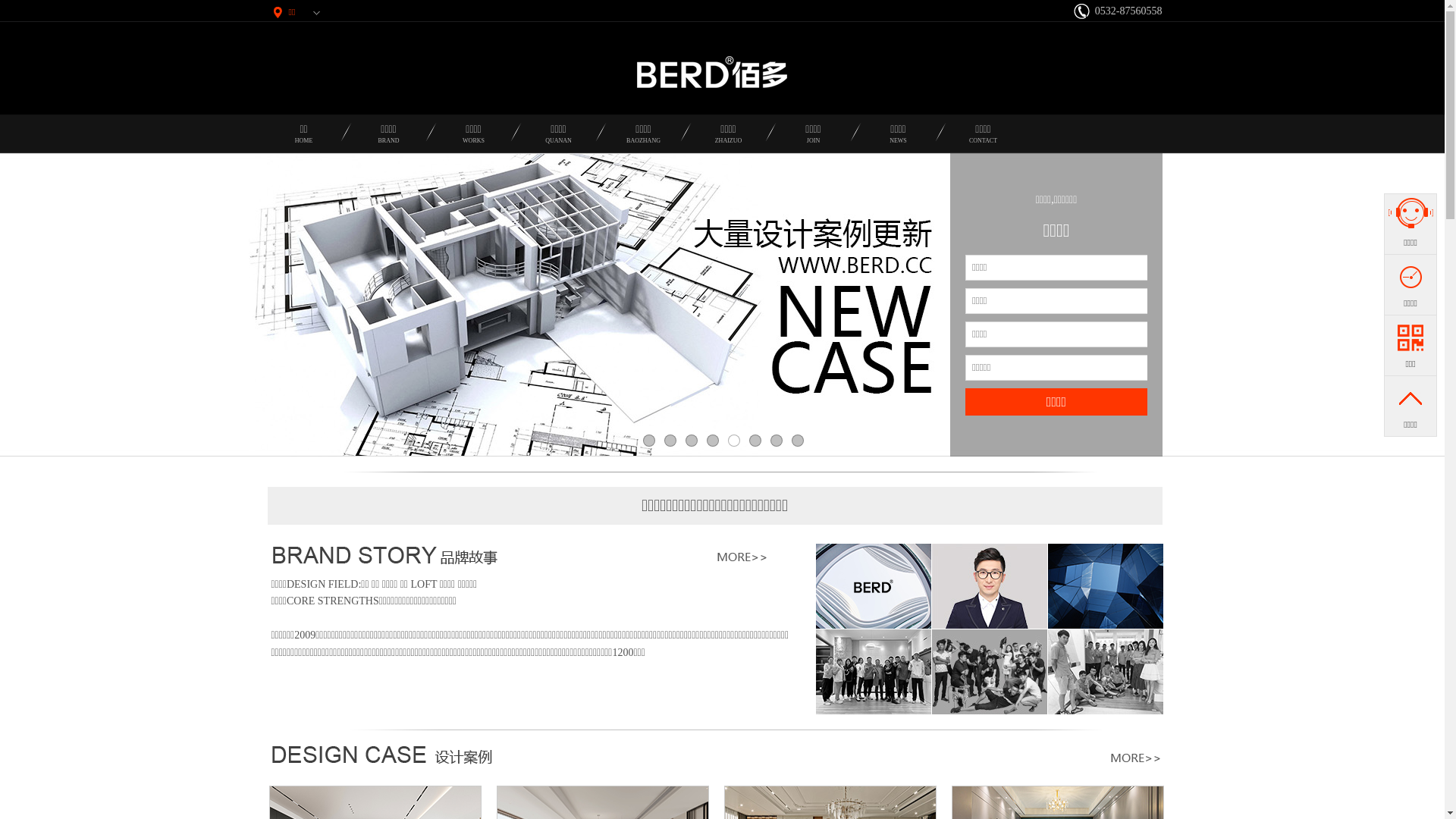 This screenshot has height=819, width=1456. Describe the element at coordinates (796, 441) in the screenshot. I see `'8'` at that location.